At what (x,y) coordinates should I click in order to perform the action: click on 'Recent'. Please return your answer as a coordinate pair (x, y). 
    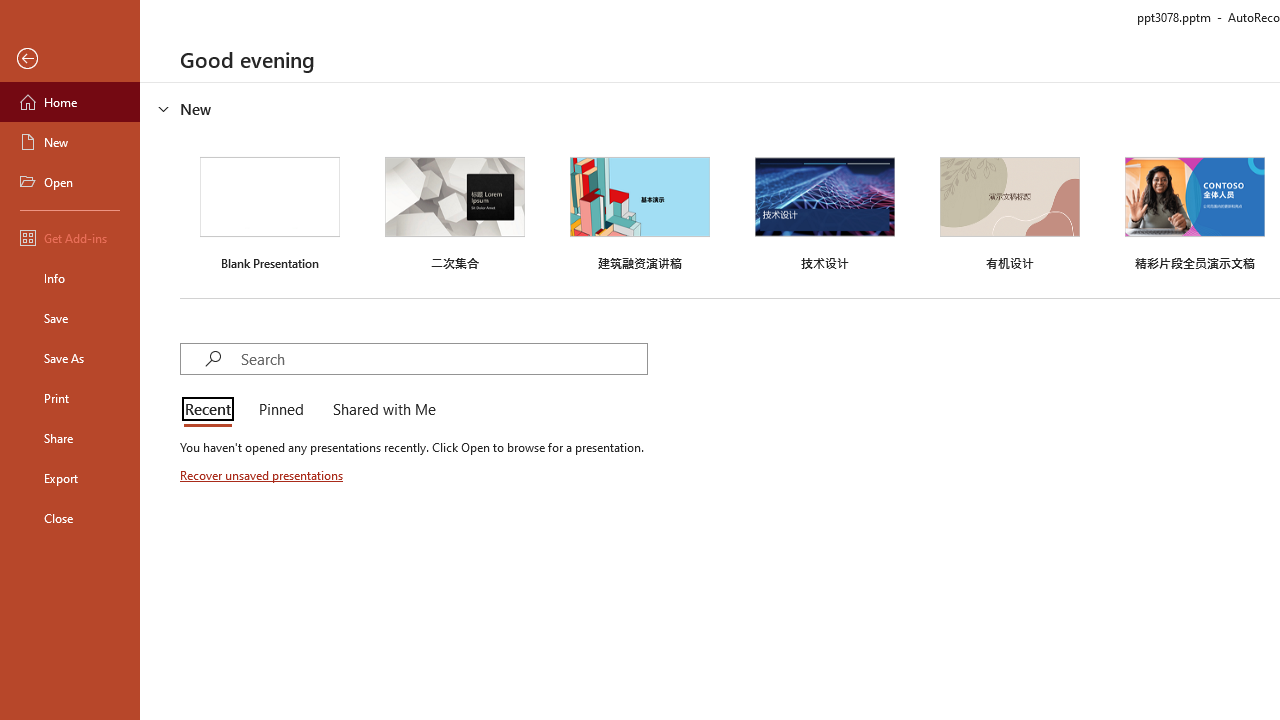
    Looking at the image, I should click on (212, 410).